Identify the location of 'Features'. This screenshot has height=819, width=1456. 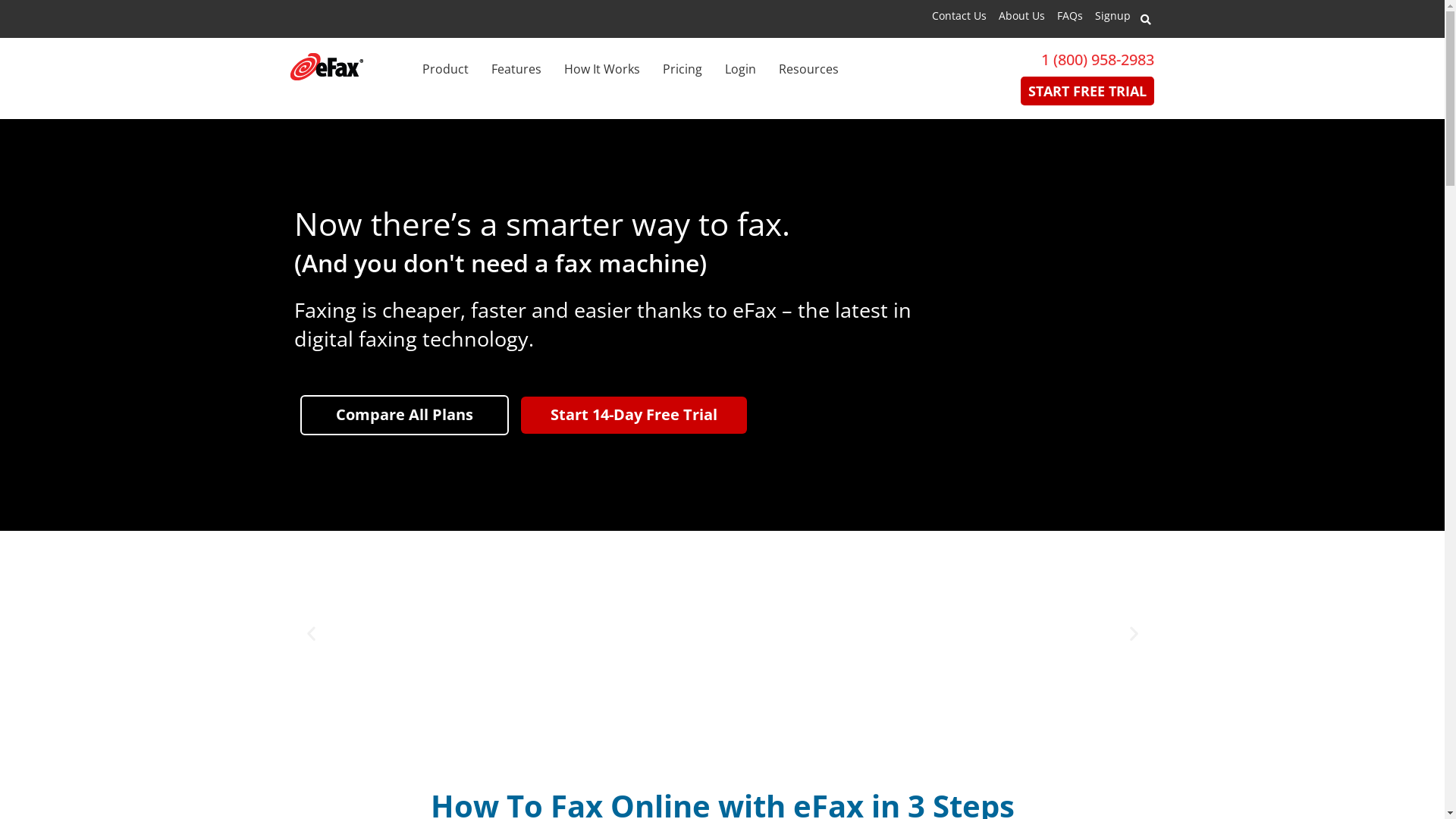
(516, 70).